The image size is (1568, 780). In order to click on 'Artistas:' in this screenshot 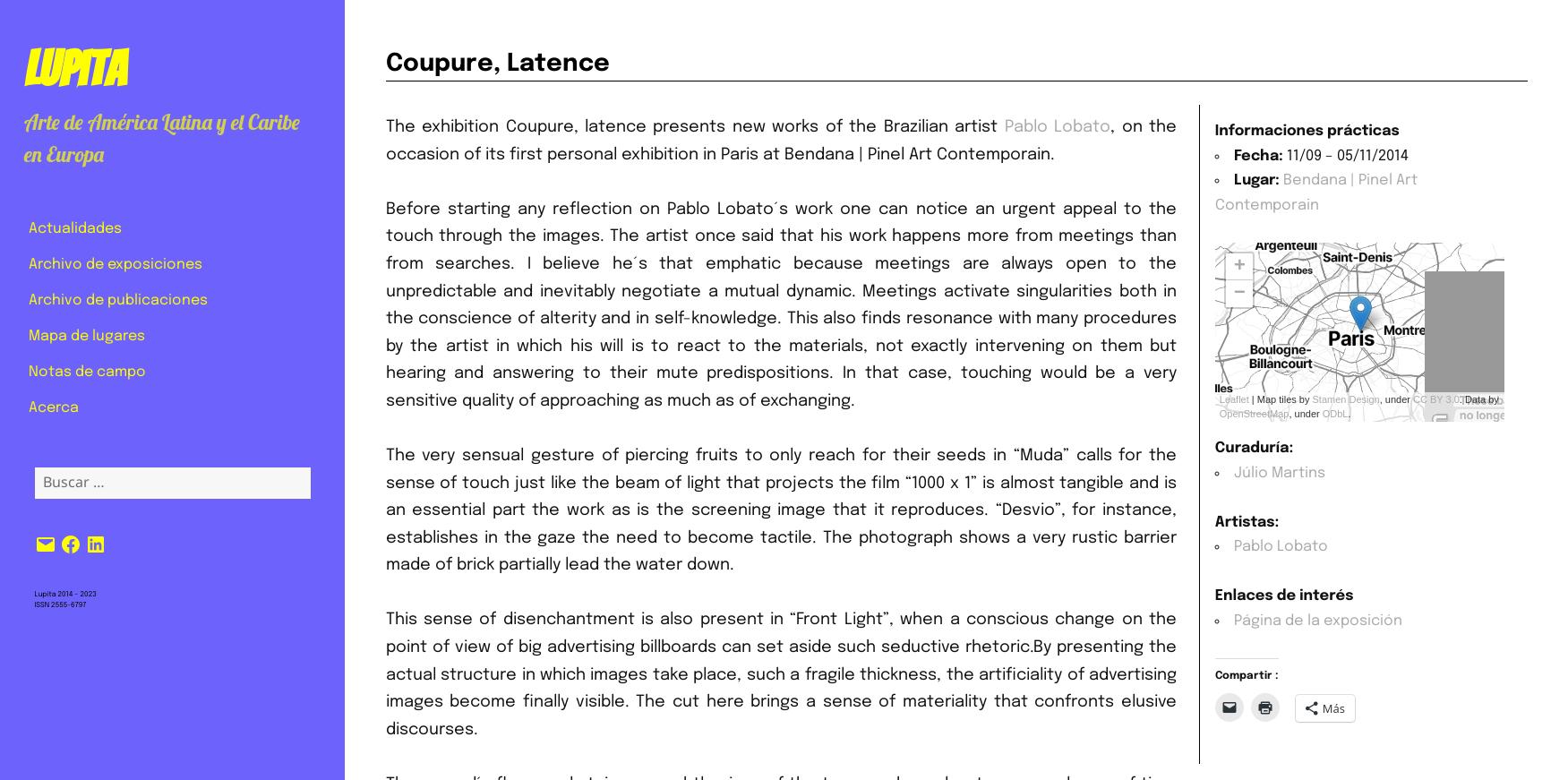, I will do `click(1247, 520)`.